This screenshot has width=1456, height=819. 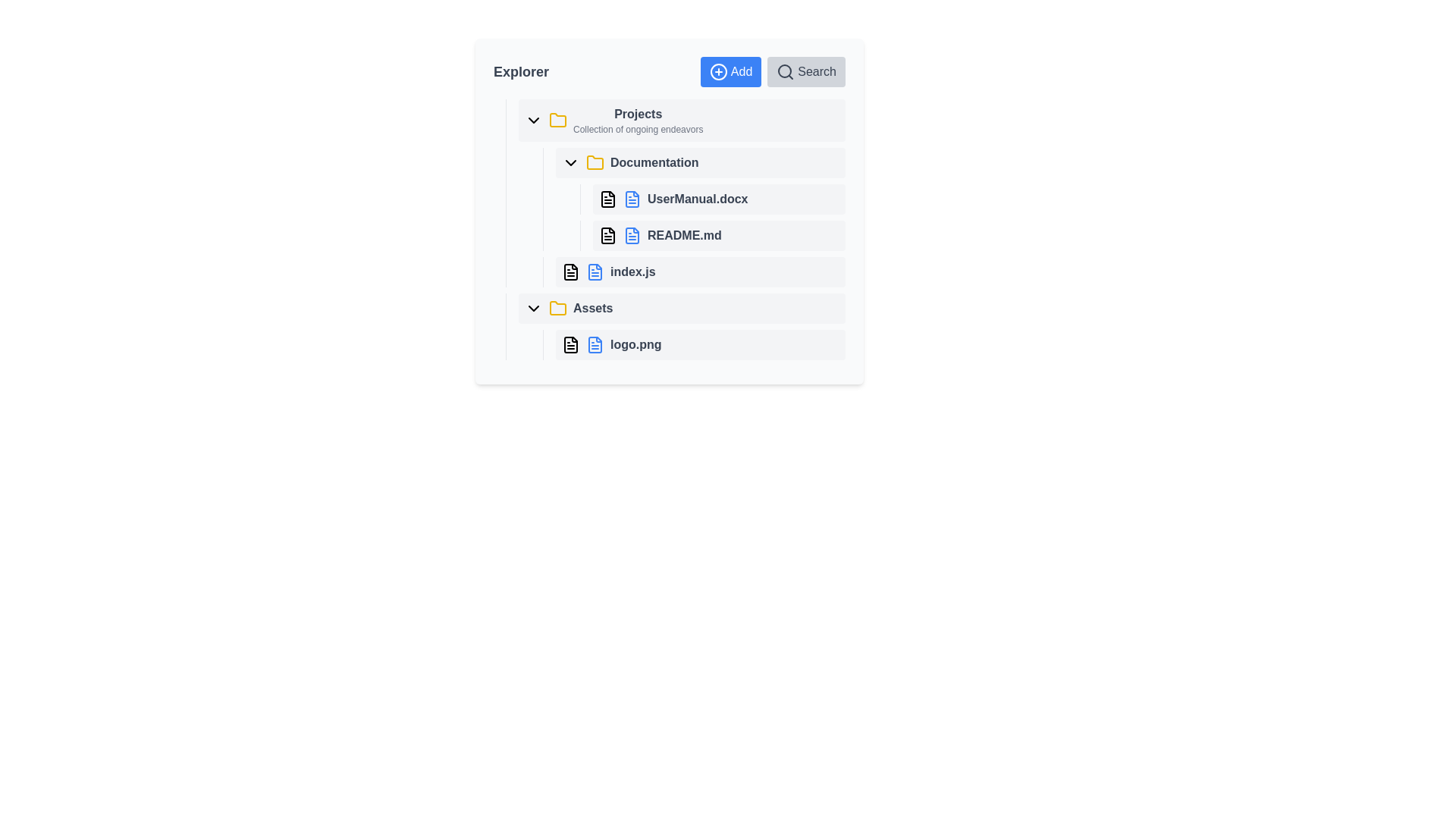 I want to click on the 'UserManual.docx' file entry, so click(x=712, y=198).